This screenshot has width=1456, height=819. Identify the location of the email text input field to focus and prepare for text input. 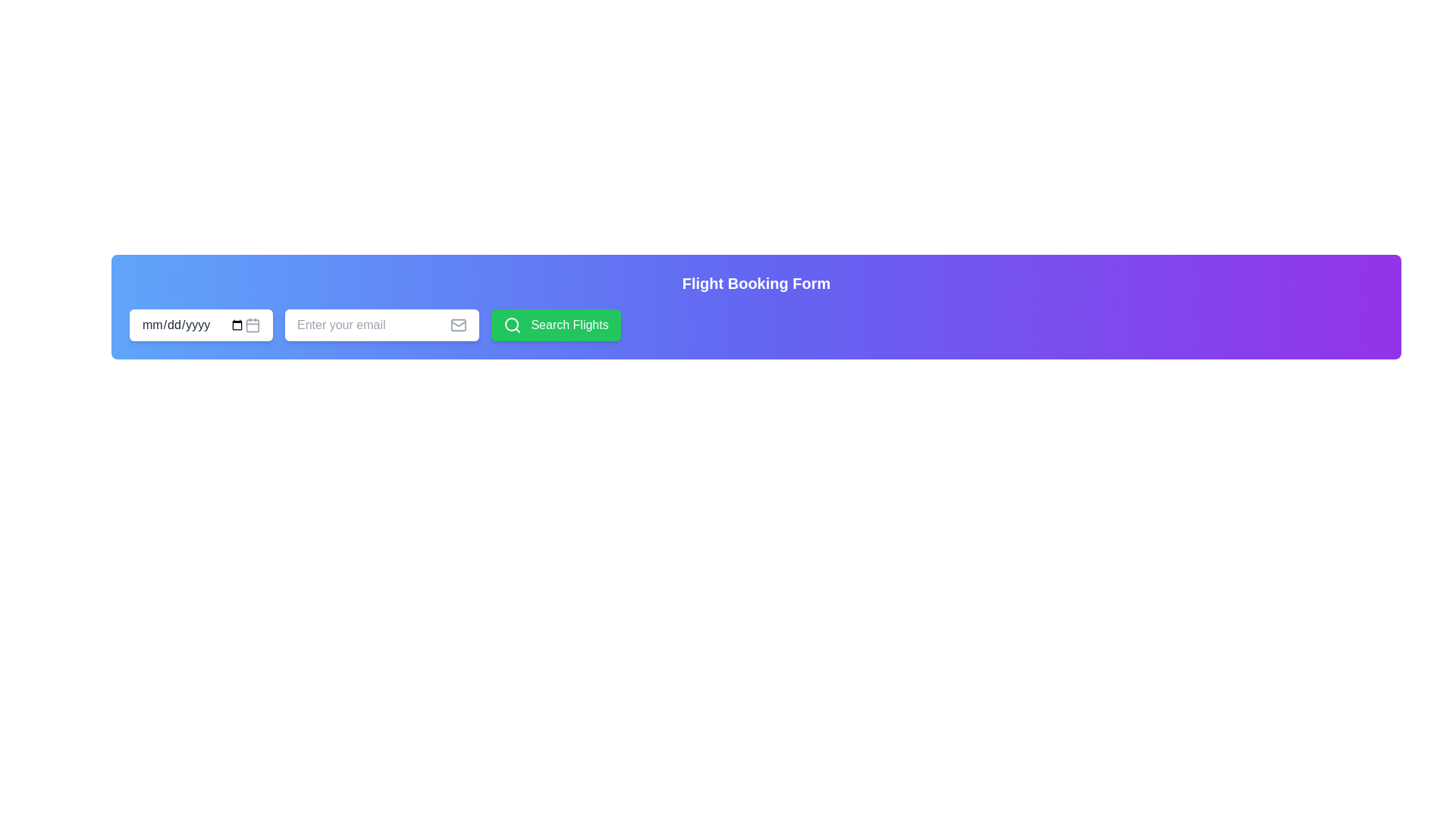
(374, 324).